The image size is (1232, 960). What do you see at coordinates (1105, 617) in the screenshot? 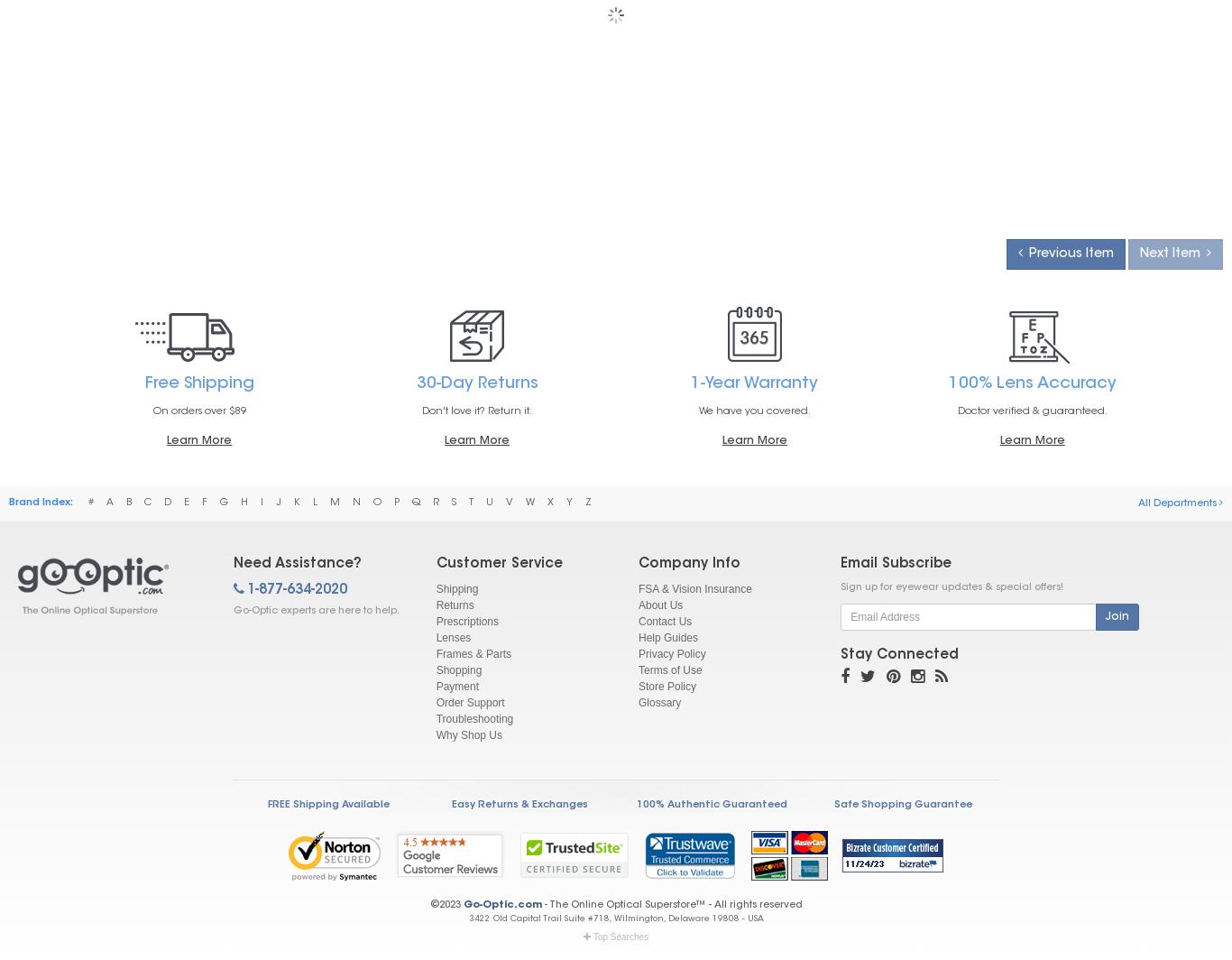
I see `'Join'` at bounding box center [1105, 617].